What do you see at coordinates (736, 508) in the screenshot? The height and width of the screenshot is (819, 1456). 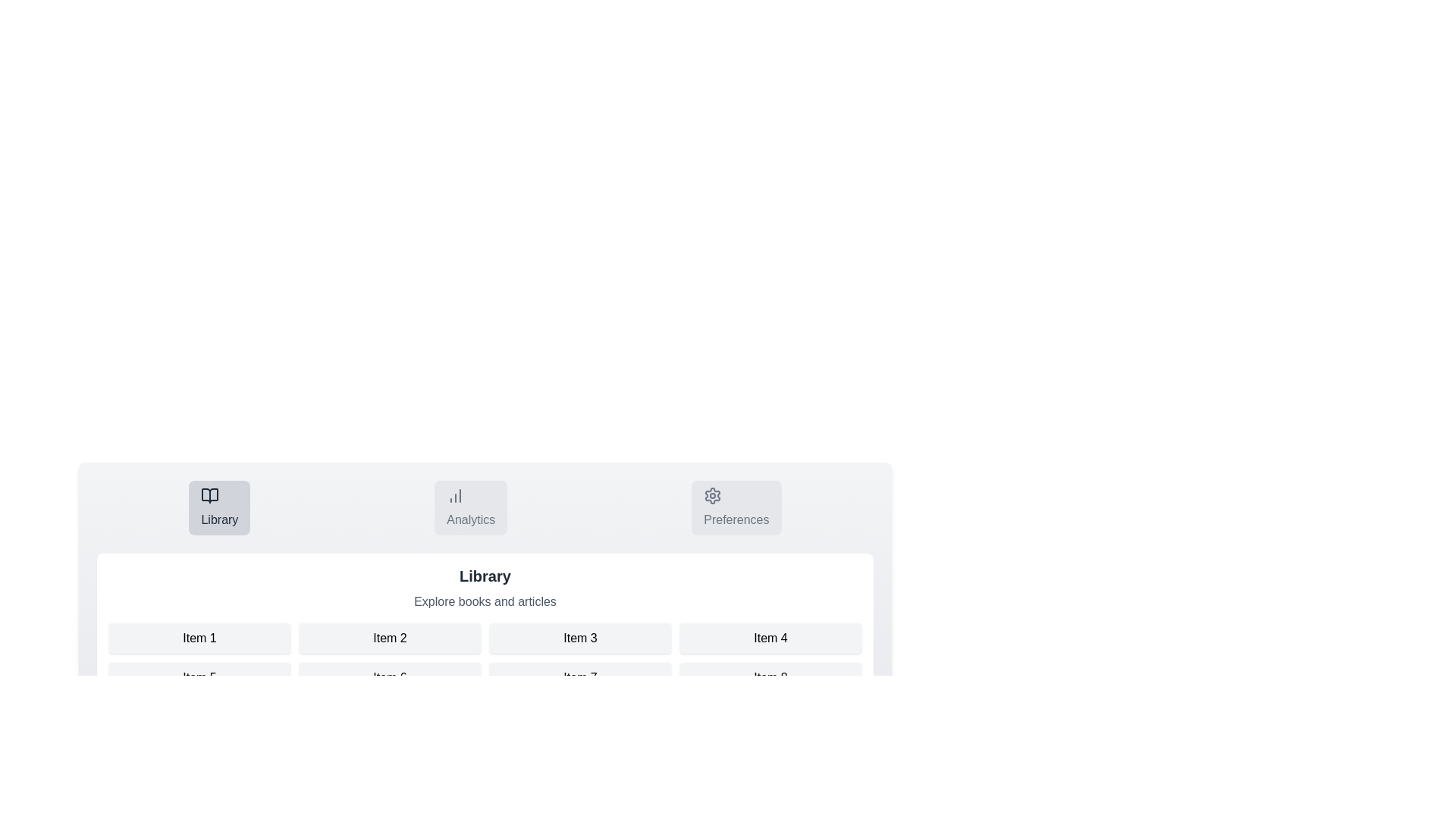 I see `the Preferences tab` at bounding box center [736, 508].